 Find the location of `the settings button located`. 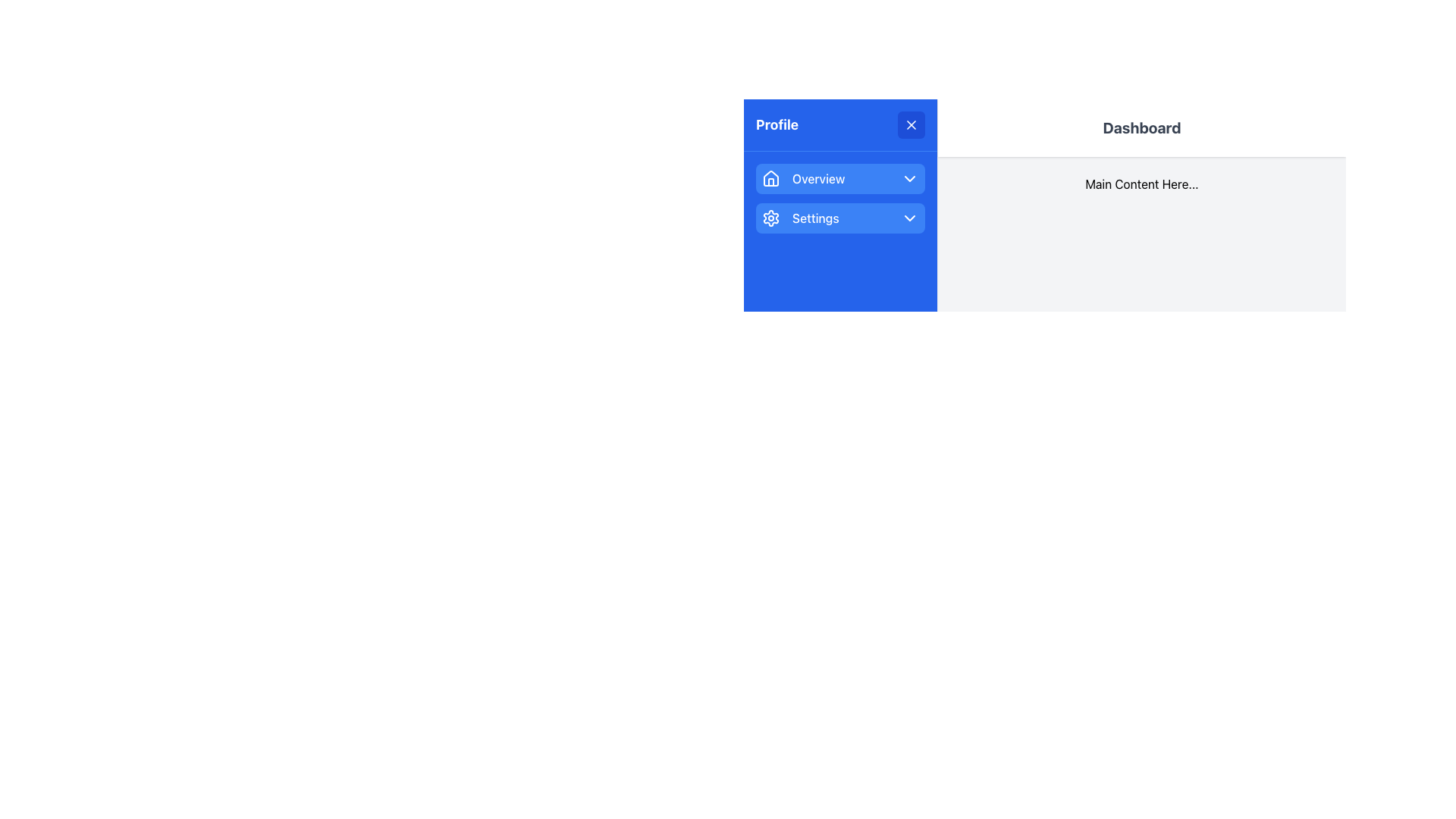

the settings button located is located at coordinates (839, 218).